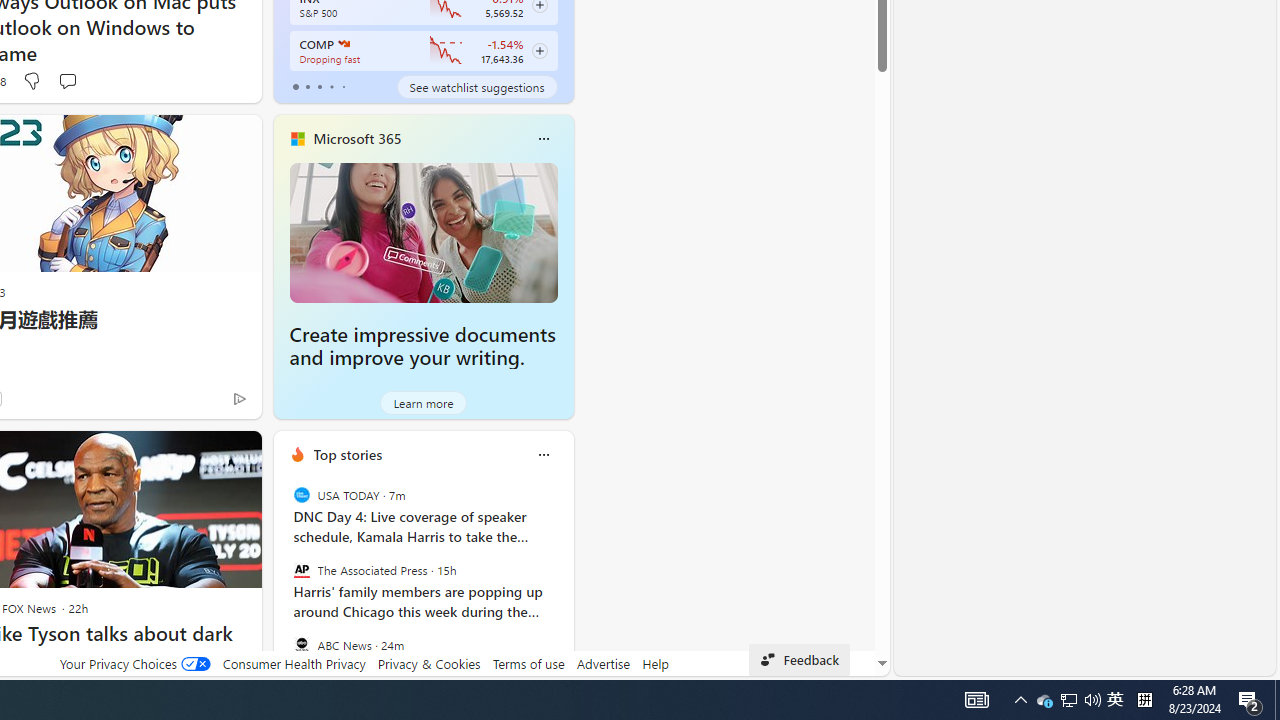 Image resolution: width=1280 pixels, height=720 pixels. Describe the element at coordinates (422, 402) in the screenshot. I see `'Learn more'` at that location.